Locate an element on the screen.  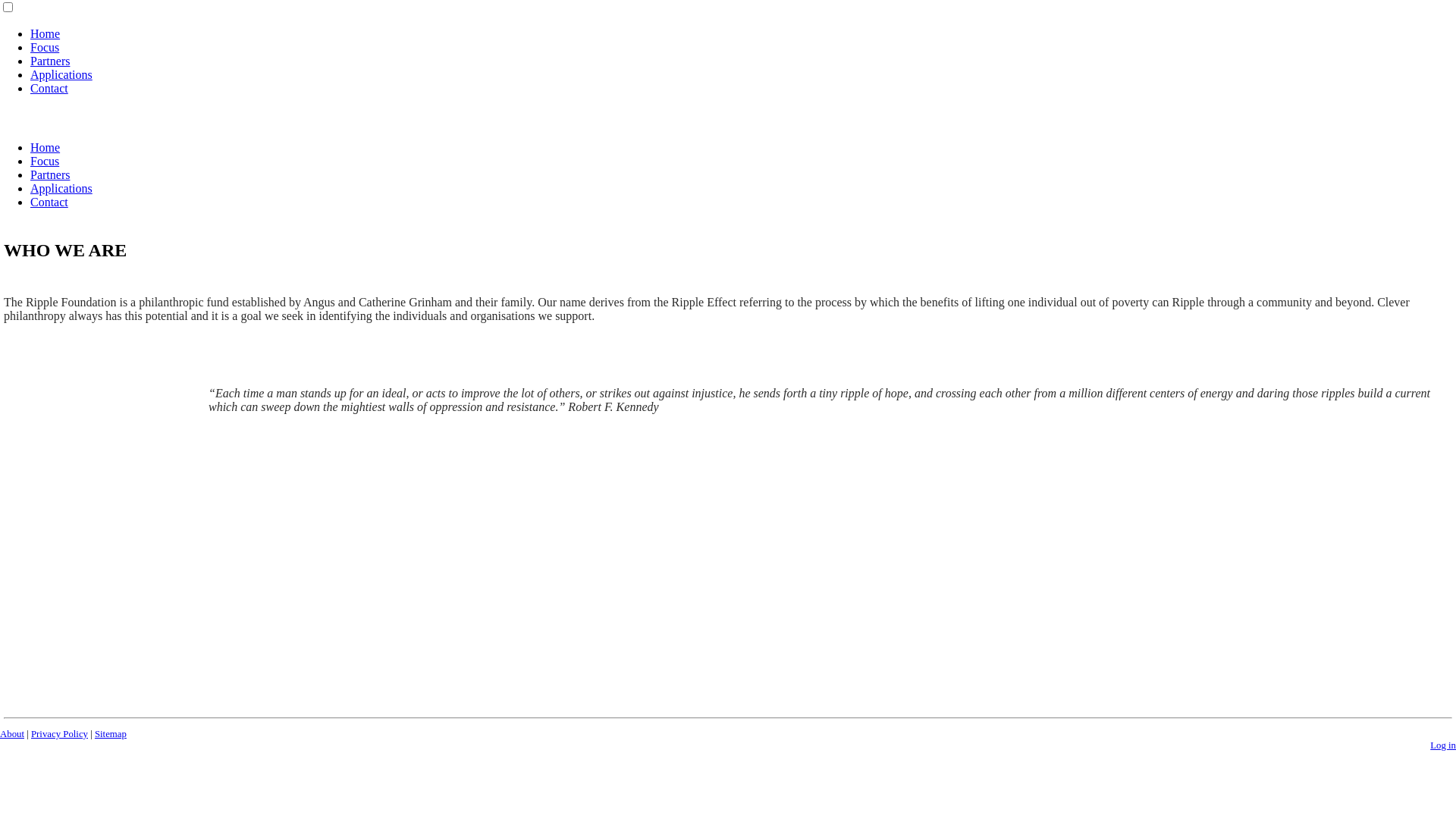
'Contact' is located at coordinates (49, 201).